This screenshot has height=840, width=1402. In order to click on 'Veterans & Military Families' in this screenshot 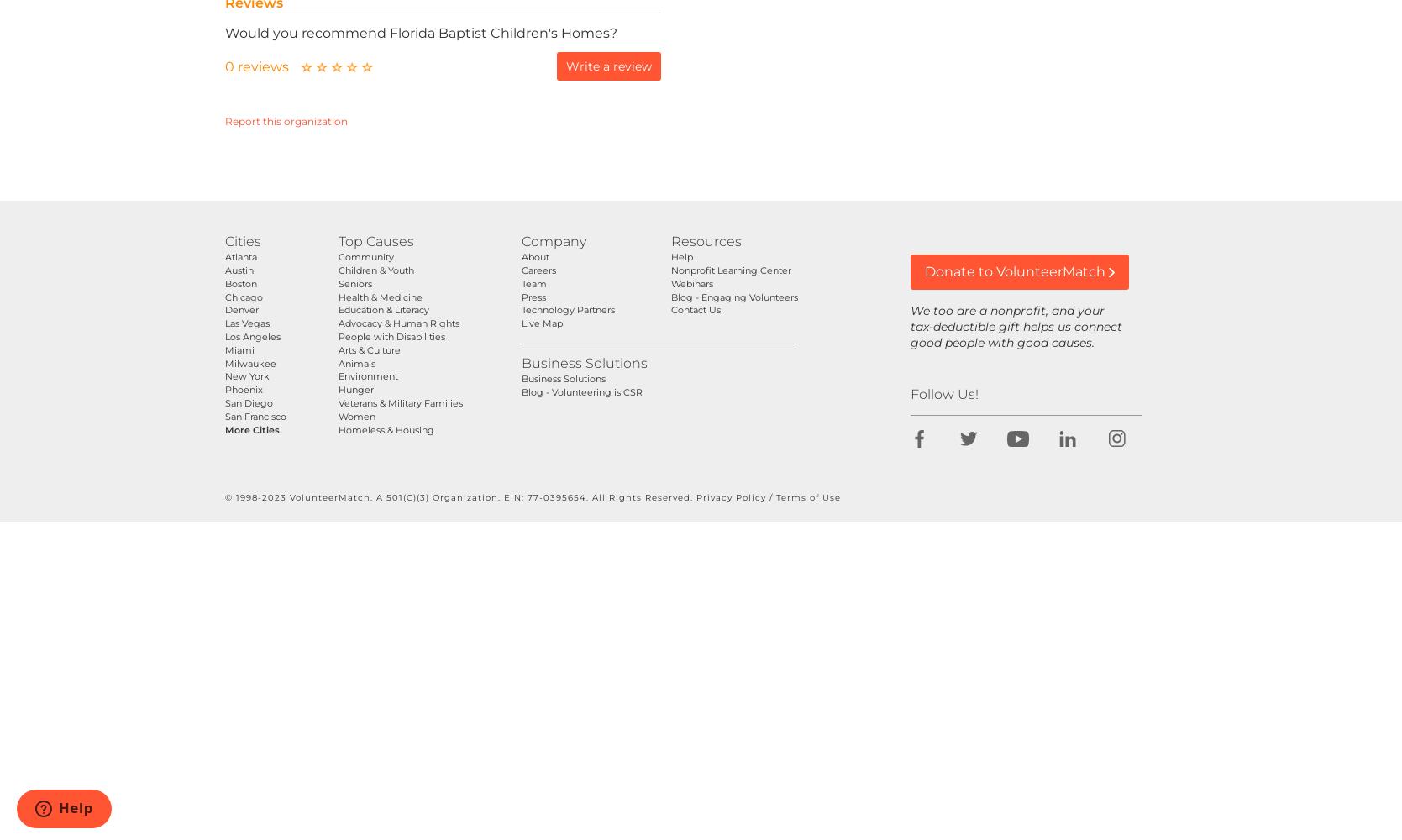, I will do `click(401, 402)`.